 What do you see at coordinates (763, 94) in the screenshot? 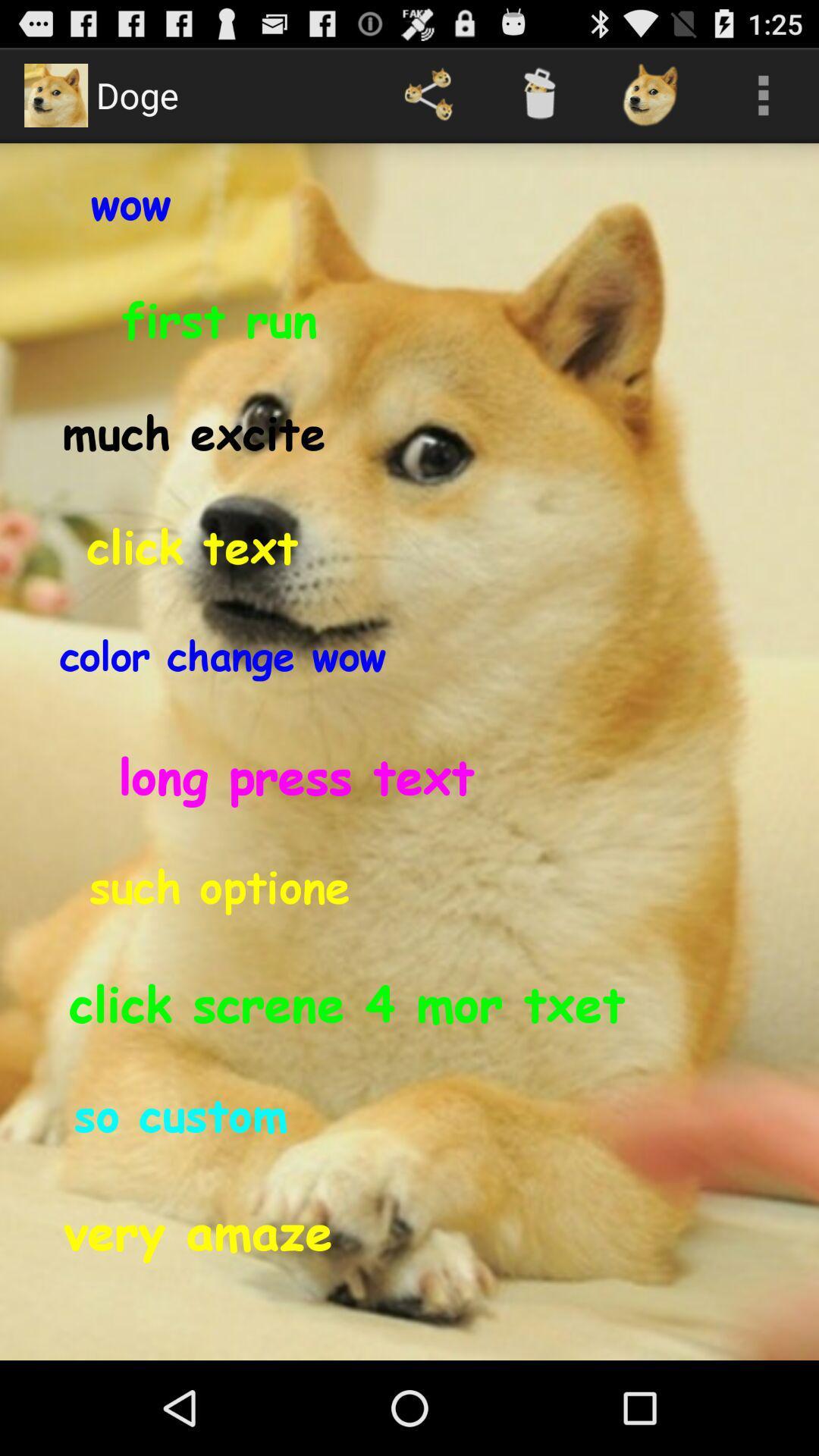
I see `three dots at the top right corner` at bounding box center [763, 94].